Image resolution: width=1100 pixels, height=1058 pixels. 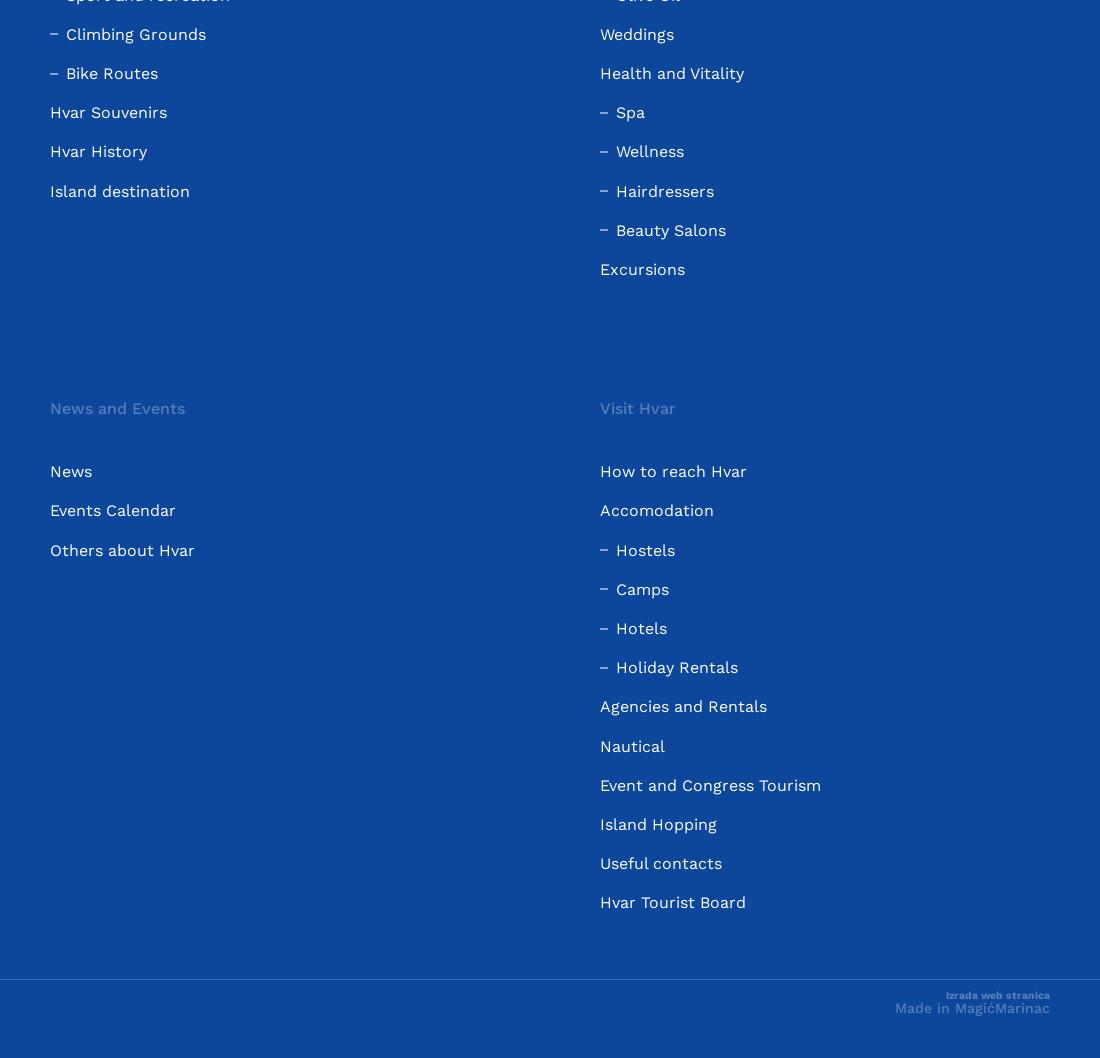 I want to click on 'Climbing Grounds', so click(x=65, y=33).